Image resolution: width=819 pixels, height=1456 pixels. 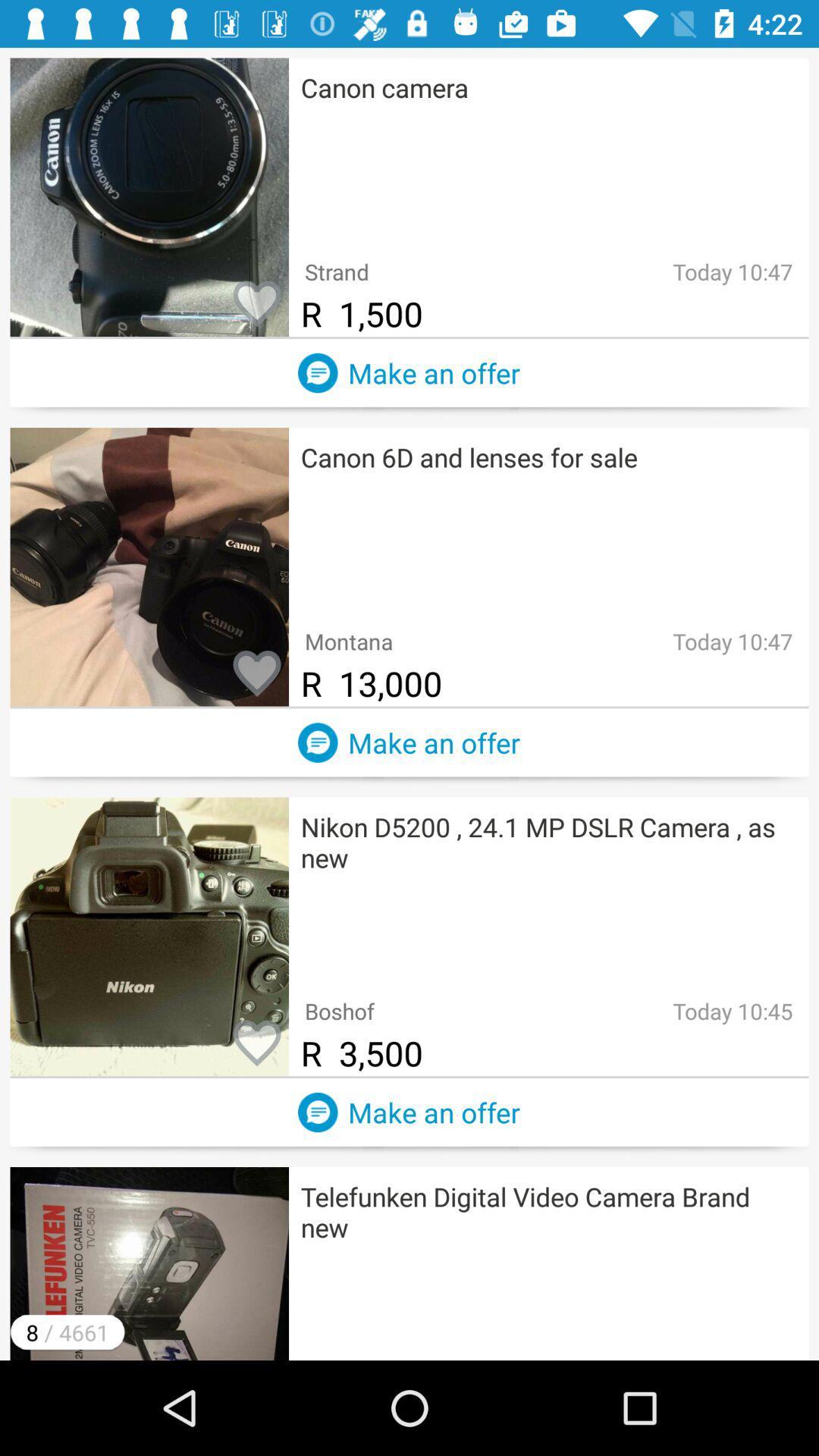 I want to click on compassion and love, so click(x=256, y=304).